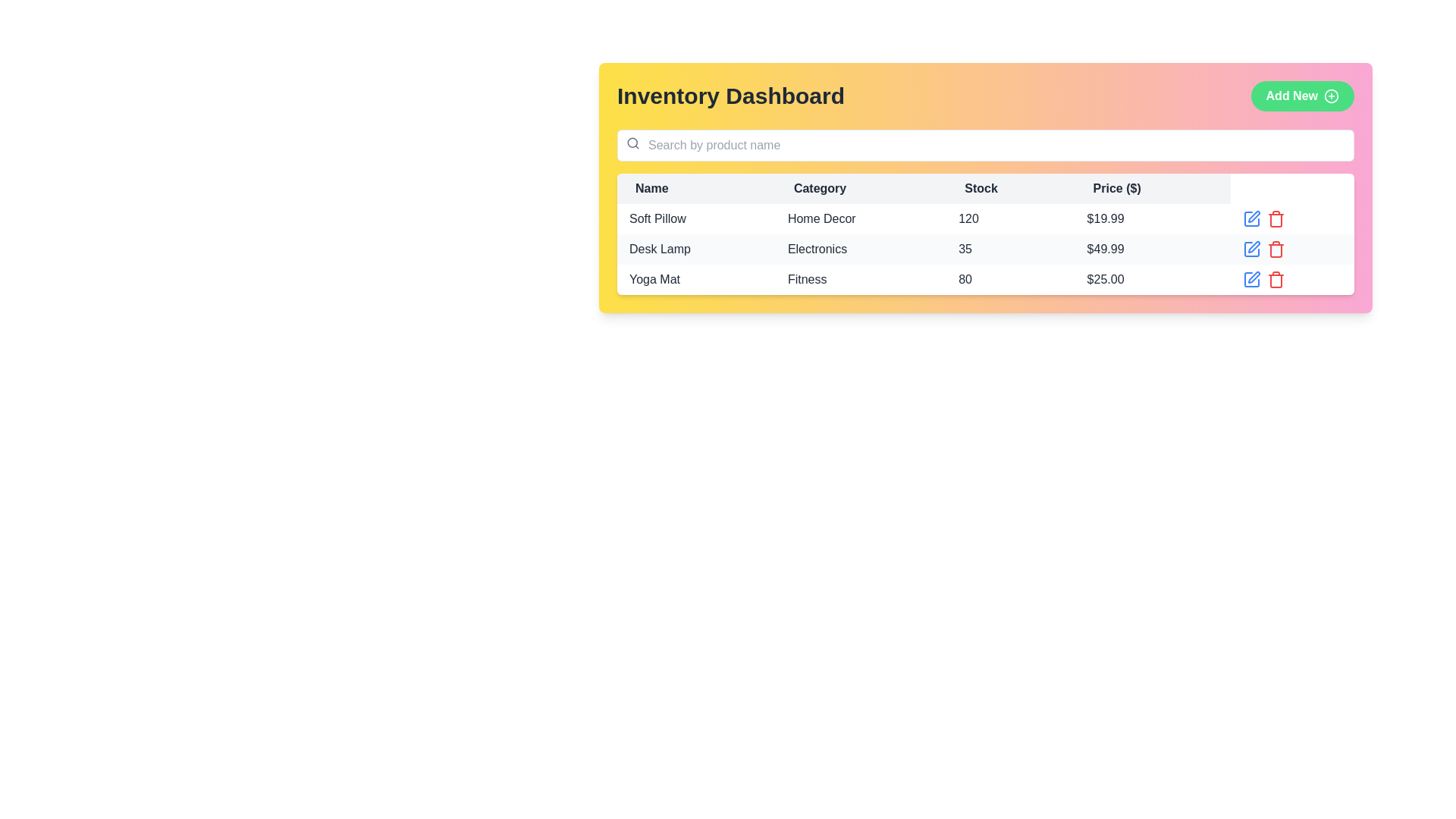 Image resolution: width=1456 pixels, height=819 pixels. What do you see at coordinates (633, 143) in the screenshot?
I see `the search icon located inside the input field for searching on the left side of the placeholder text in the Inventory Dashboard card` at bounding box center [633, 143].